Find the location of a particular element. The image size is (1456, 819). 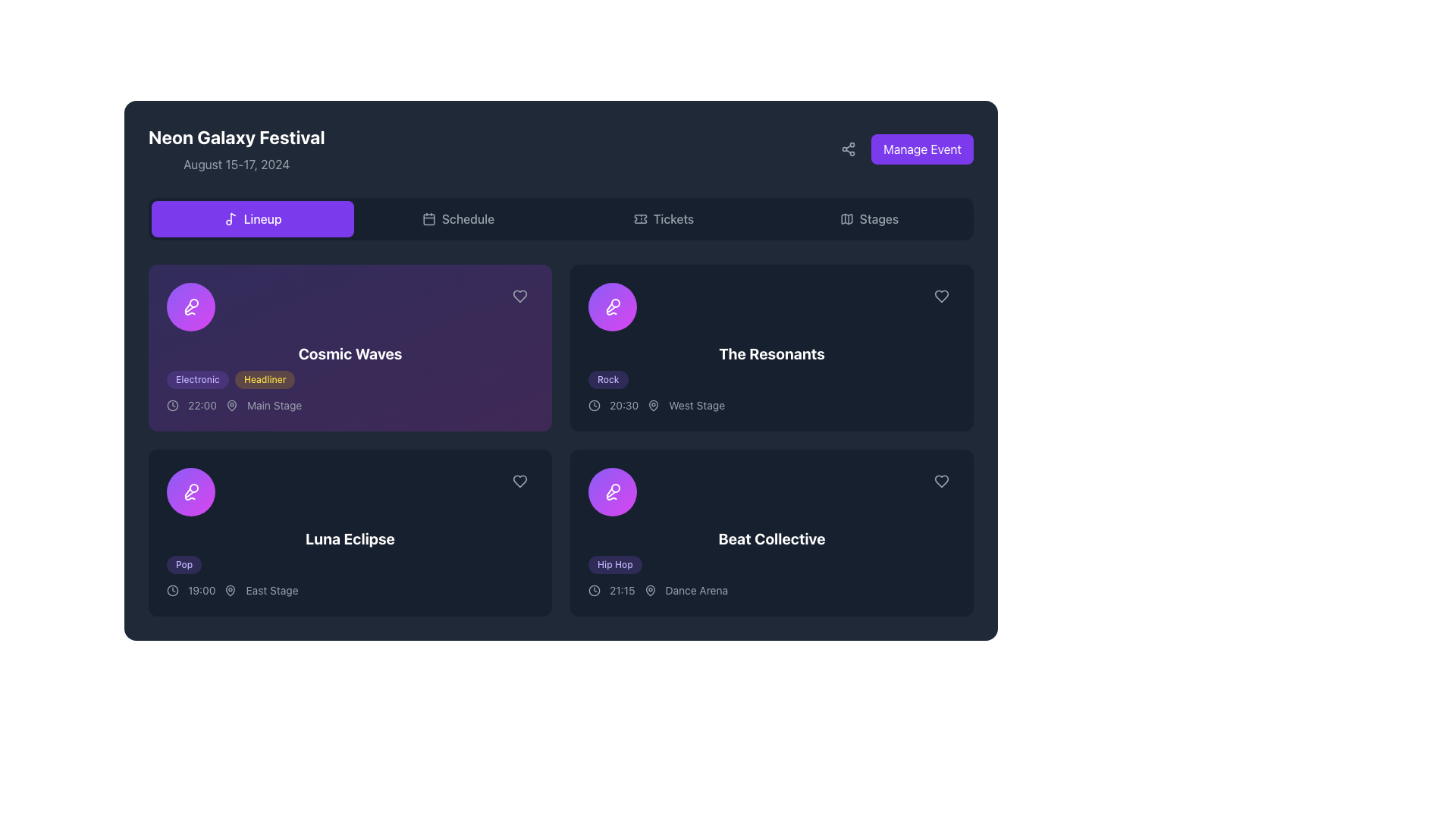

the heart-shaped icon outlined in light gray at the top-right corner of the 'Beat Collective' card is located at coordinates (941, 482).